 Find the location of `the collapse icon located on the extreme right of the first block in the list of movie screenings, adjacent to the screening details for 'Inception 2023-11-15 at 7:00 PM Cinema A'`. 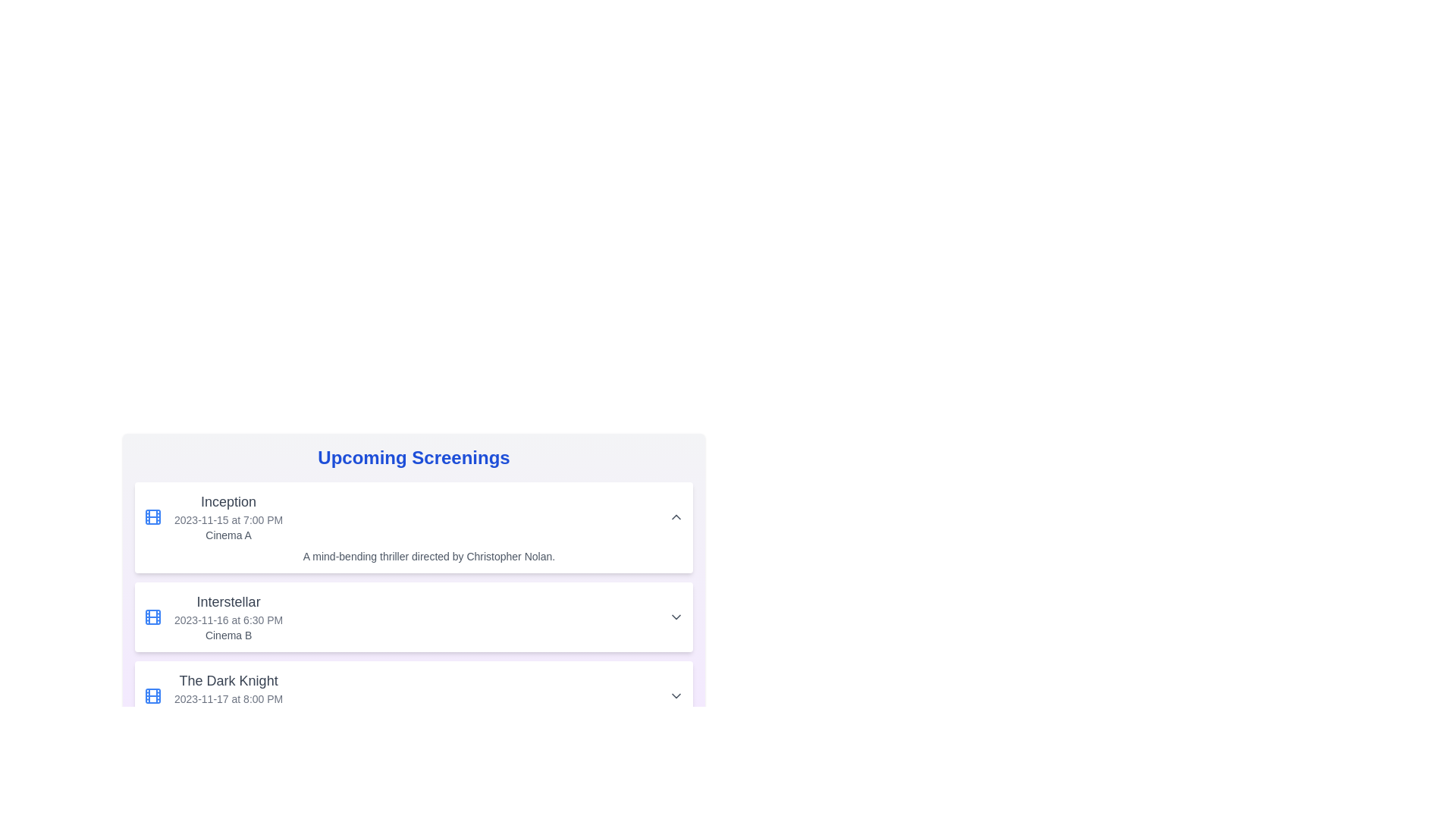

the collapse icon located on the extreme right of the first block in the list of movie screenings, adjacent to the screening details for 'Inception 2023-11-15 at 7:00 PM Cinema A' is located at coordinates (676, 516).